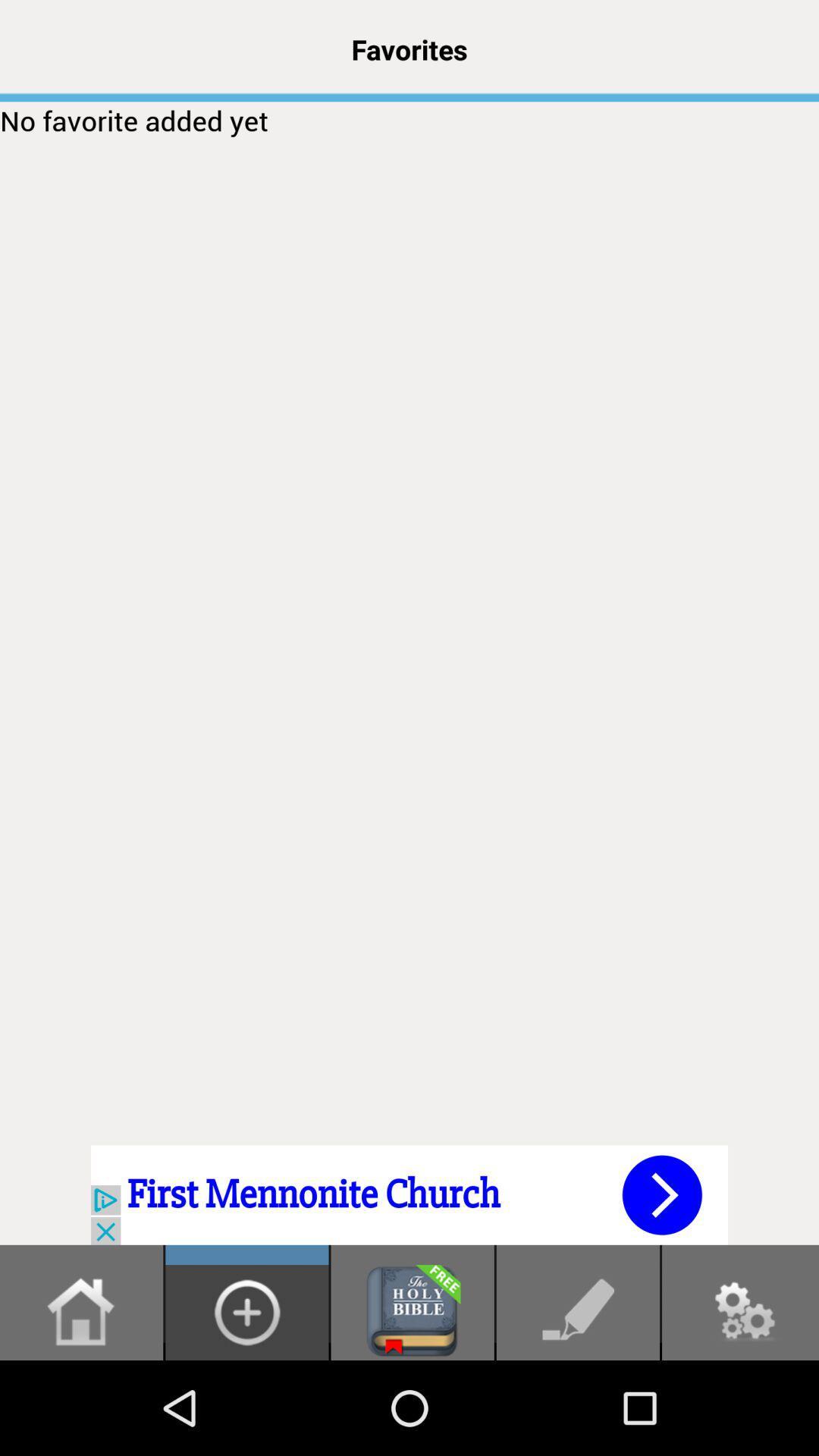 The height and width of the screenshot is (1456, 819). I want to click on the edit icon, so click(578, 1404).